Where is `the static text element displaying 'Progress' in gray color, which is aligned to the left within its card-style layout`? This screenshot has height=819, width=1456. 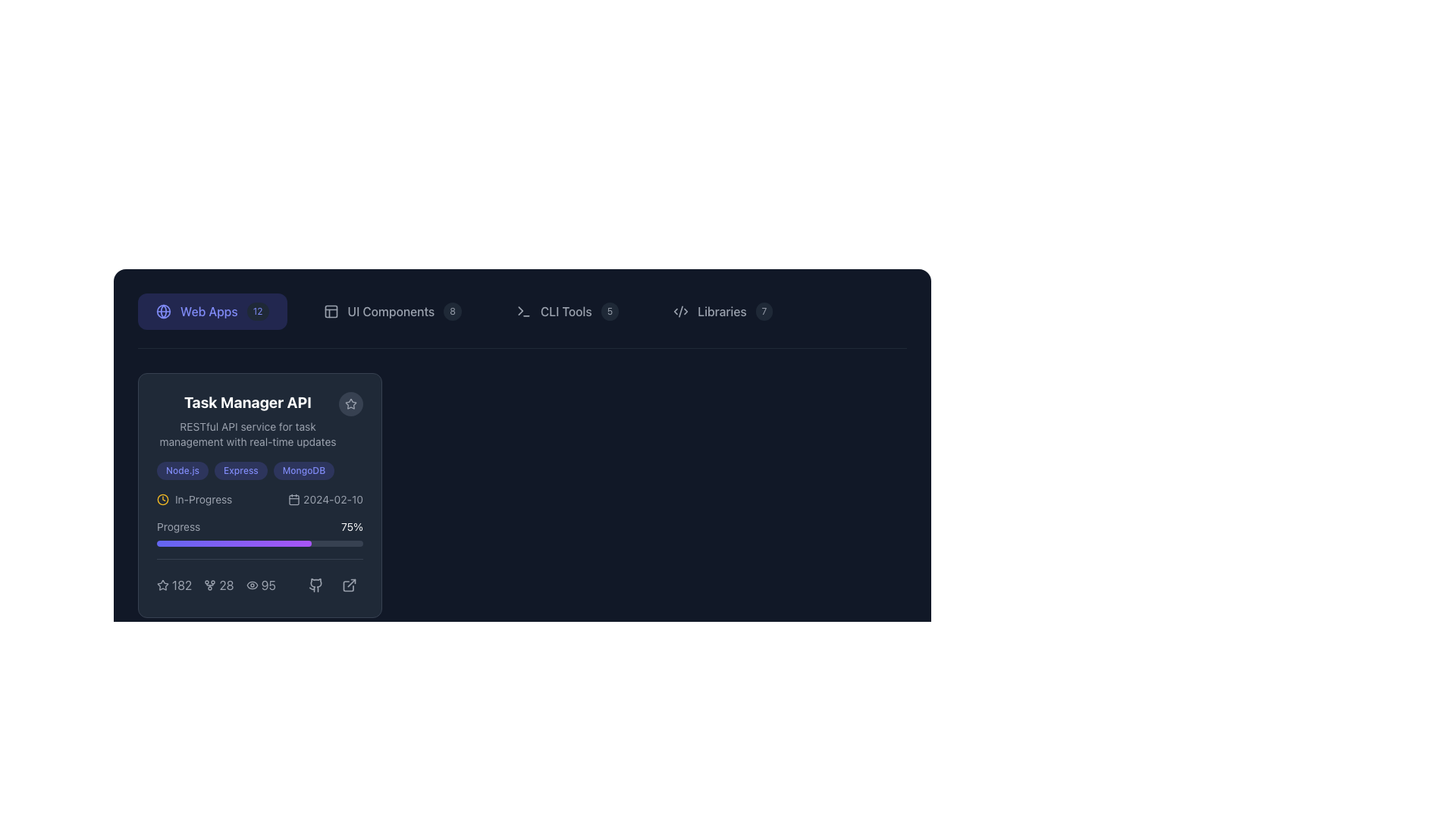
the static text element displaying 'Progress' in gray color, which is aligned to the left within its card-style layout is located at coordinates (178, 526).